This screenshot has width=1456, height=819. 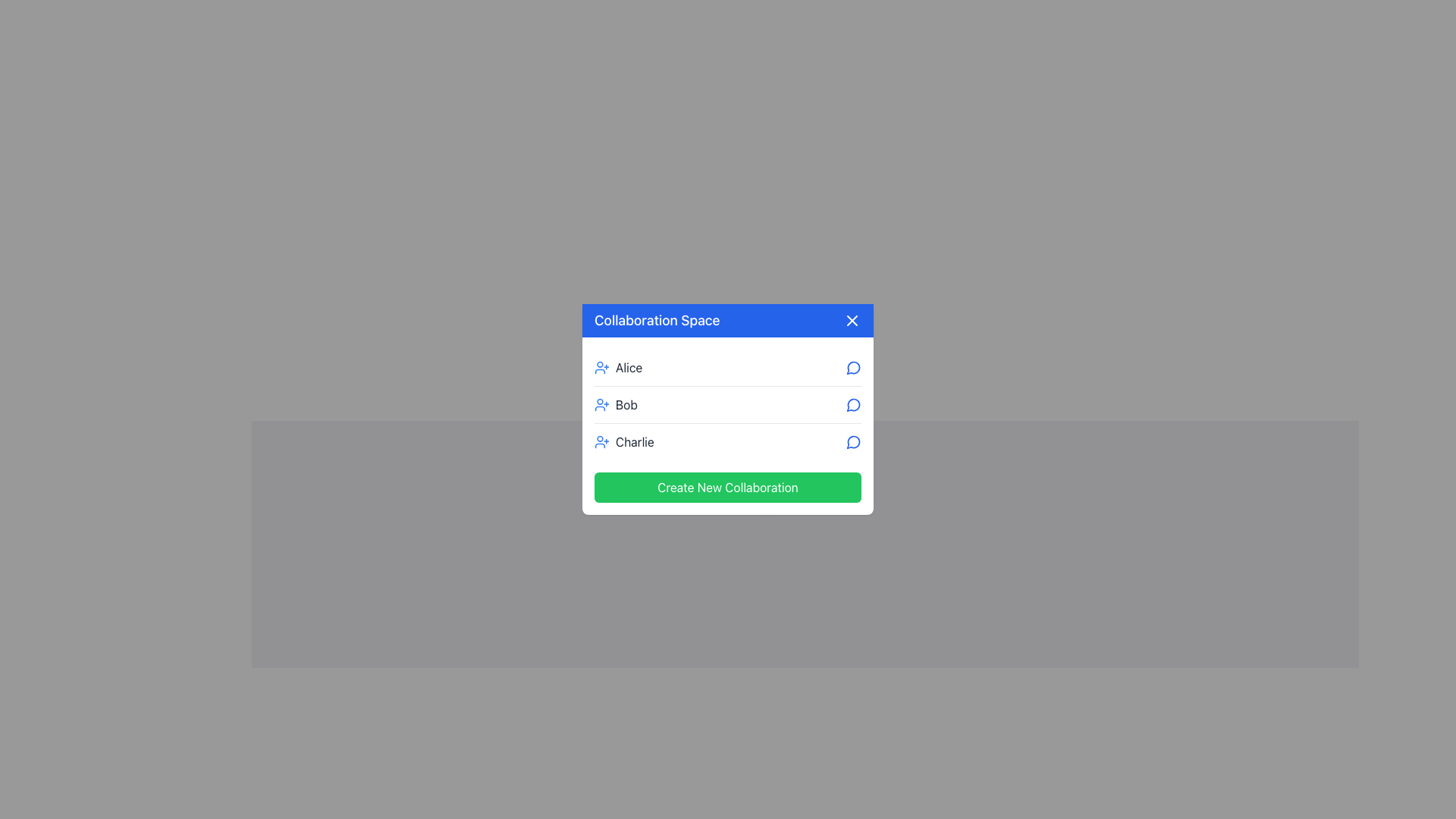 I want to click on the label identifying the user 'Bob' located in the center of the dialog box, specifically in the second row of a list, so click(x=626, y=403).